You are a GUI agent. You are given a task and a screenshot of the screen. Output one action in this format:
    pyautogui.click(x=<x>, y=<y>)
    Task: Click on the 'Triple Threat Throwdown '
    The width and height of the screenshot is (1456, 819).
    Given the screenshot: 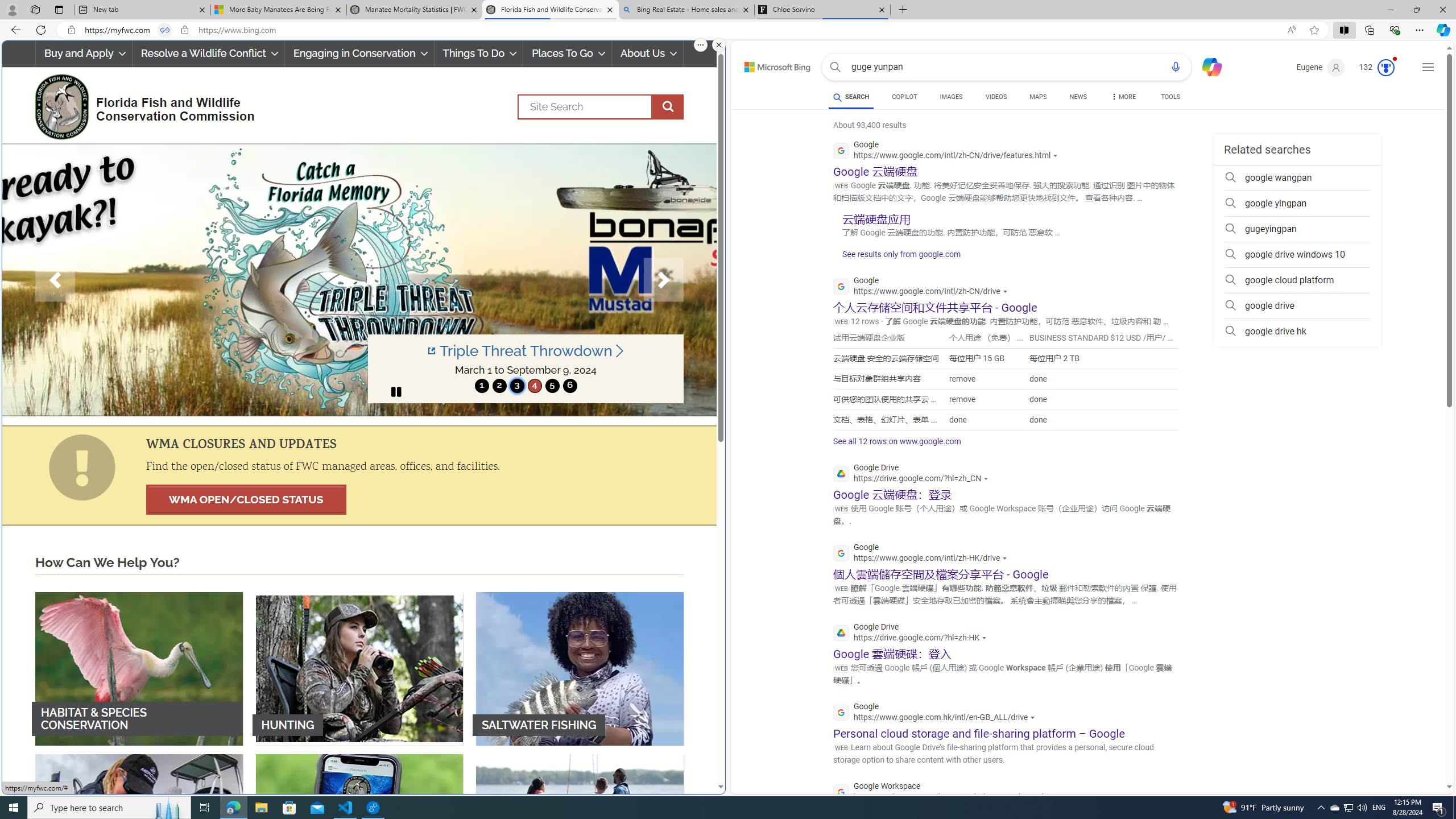 What is the action you would take?
    pyautogui.click(x=526, y=350)
    